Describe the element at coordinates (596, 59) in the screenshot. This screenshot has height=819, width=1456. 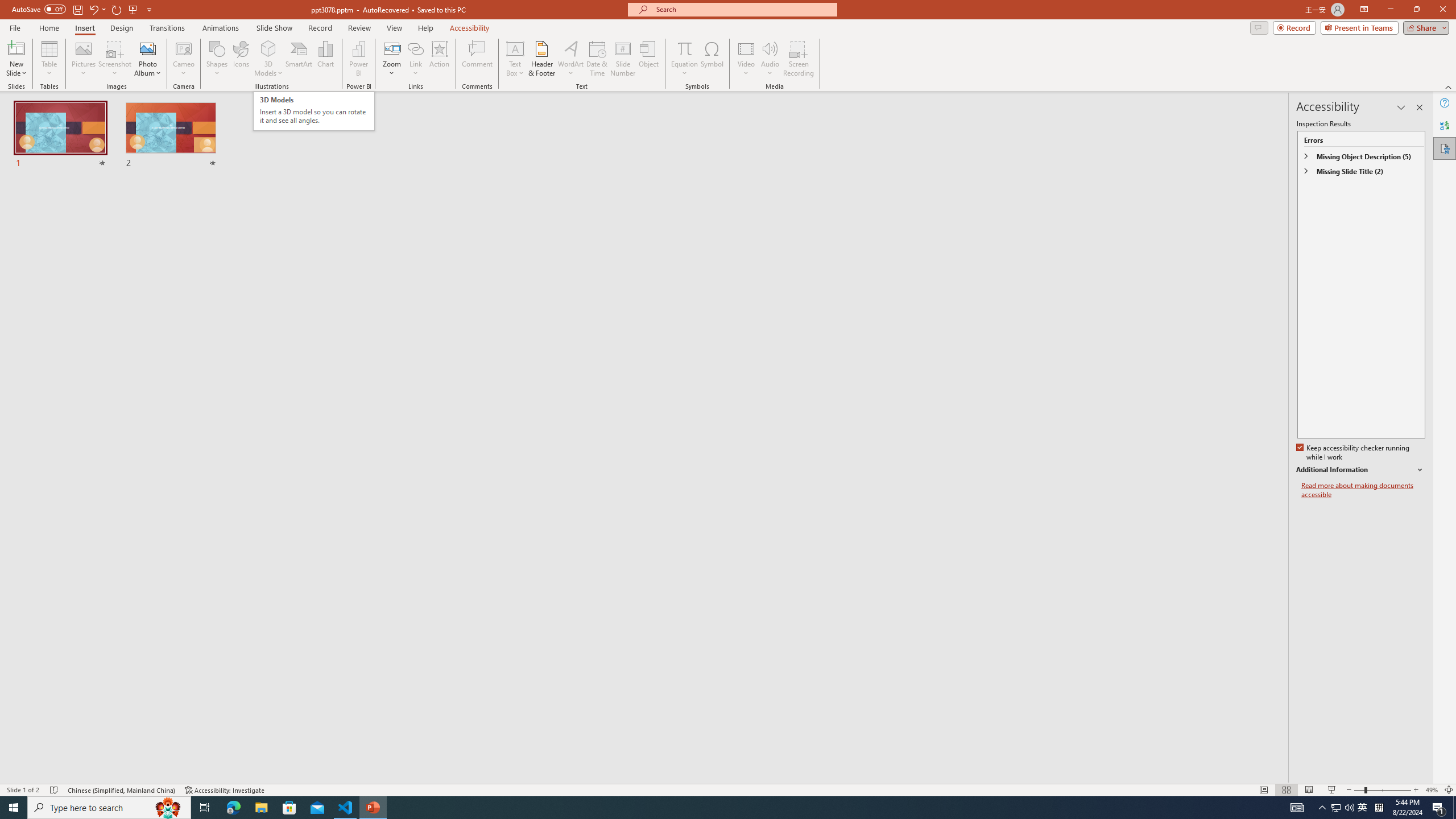
I see `'Date & Time...'` at that location.